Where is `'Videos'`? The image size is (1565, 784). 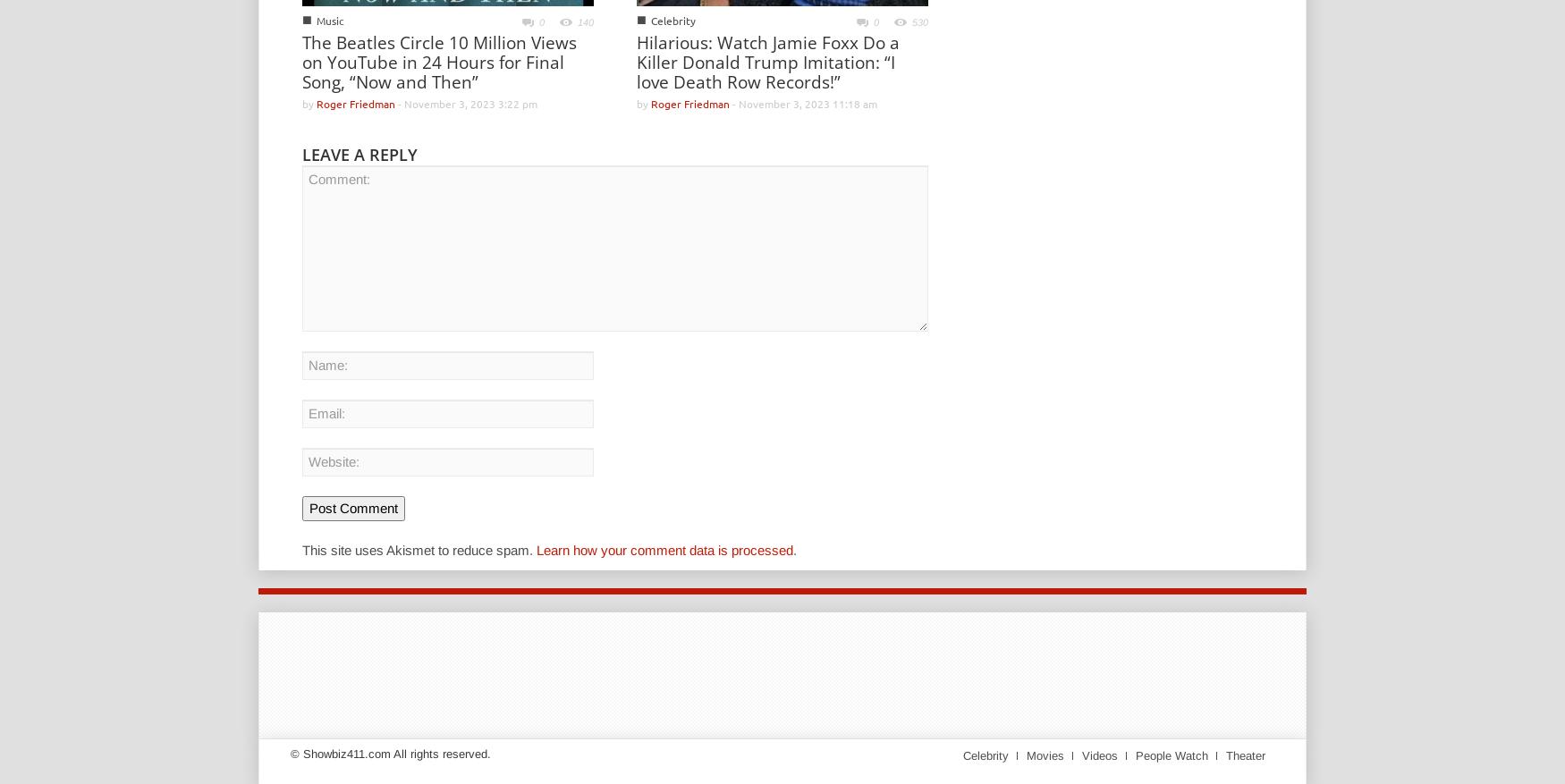
'Videos' is located at coordinates (1099, 754).